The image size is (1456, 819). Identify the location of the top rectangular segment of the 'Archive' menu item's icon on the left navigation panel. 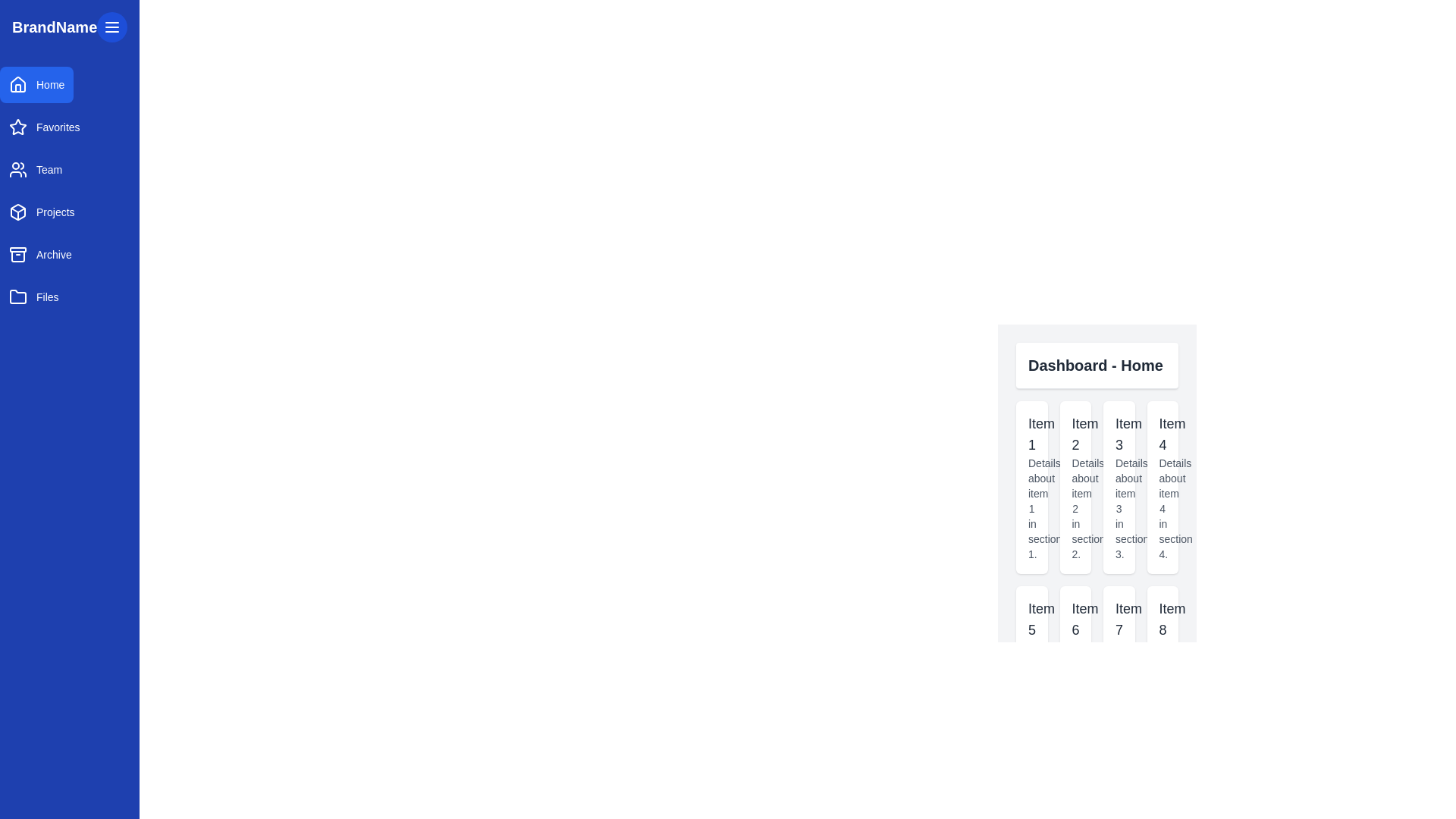
(18, 249).